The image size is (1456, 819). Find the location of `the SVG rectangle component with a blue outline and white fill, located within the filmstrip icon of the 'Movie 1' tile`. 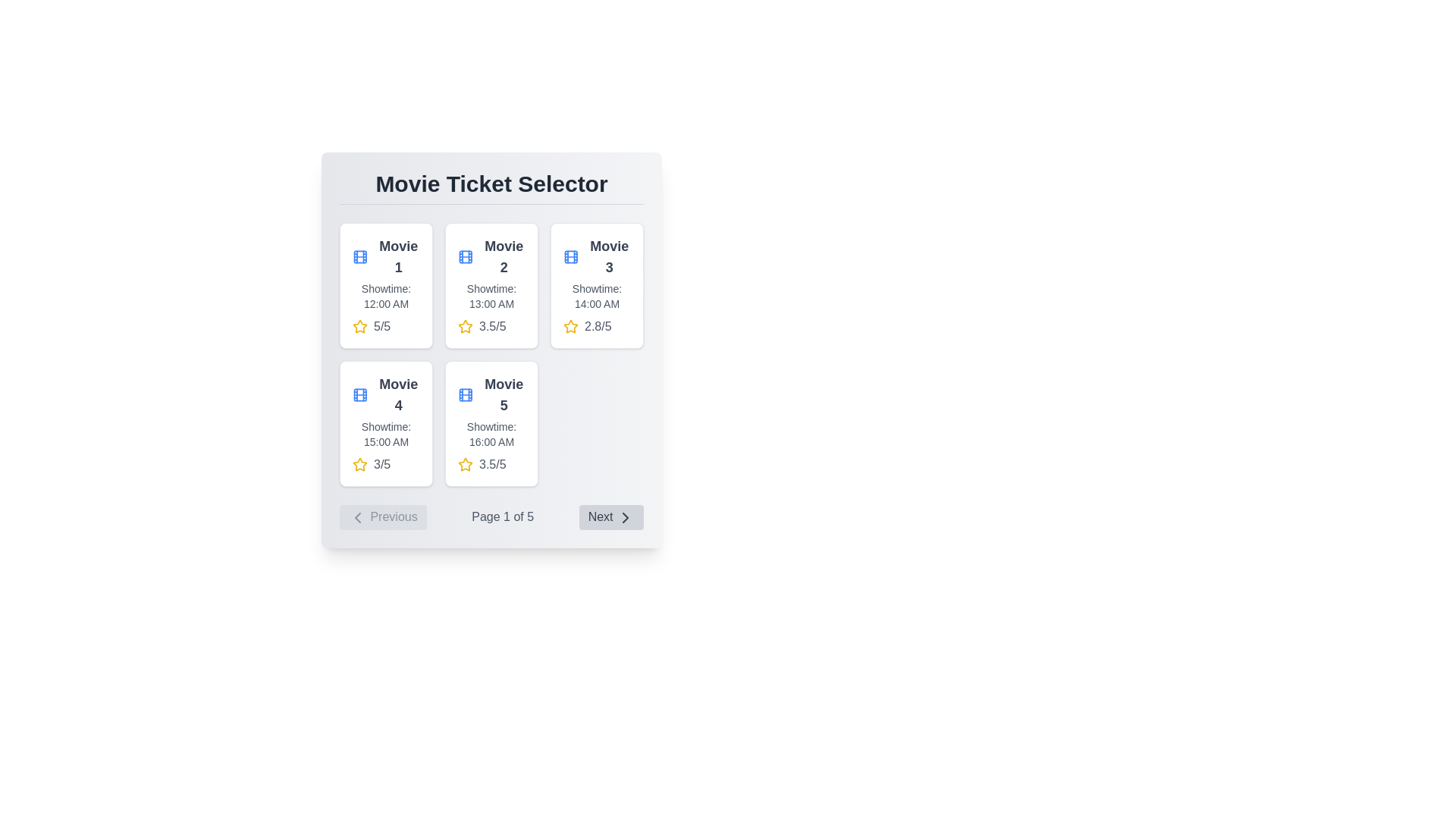

the SVG rectangle component with a blue outline and white fill, located within the filmstrip icon of the 'Movie 1' tile is located at coordinates (465, 394).